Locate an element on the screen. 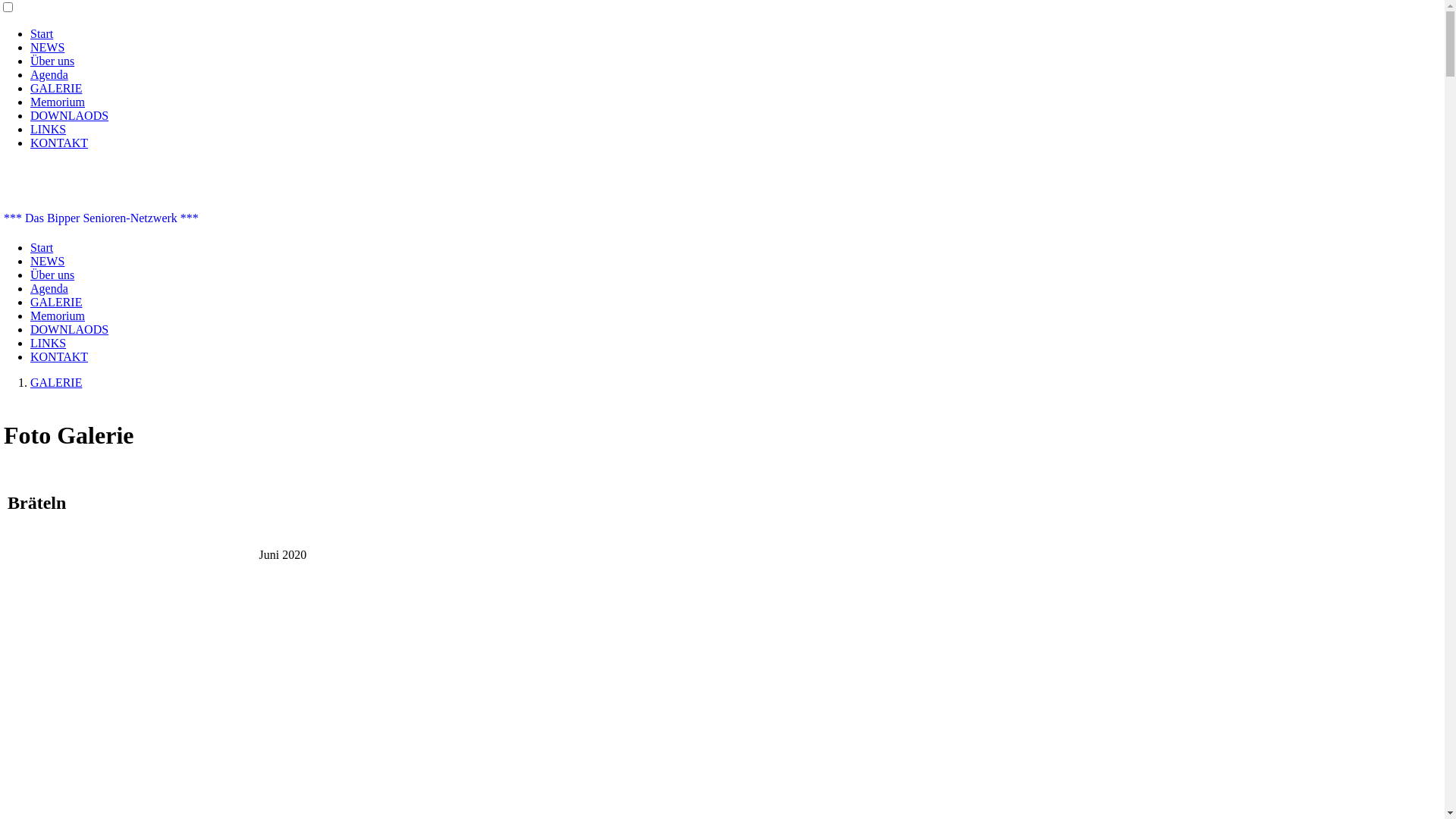  'Start' is located at coordinates (41, 33).